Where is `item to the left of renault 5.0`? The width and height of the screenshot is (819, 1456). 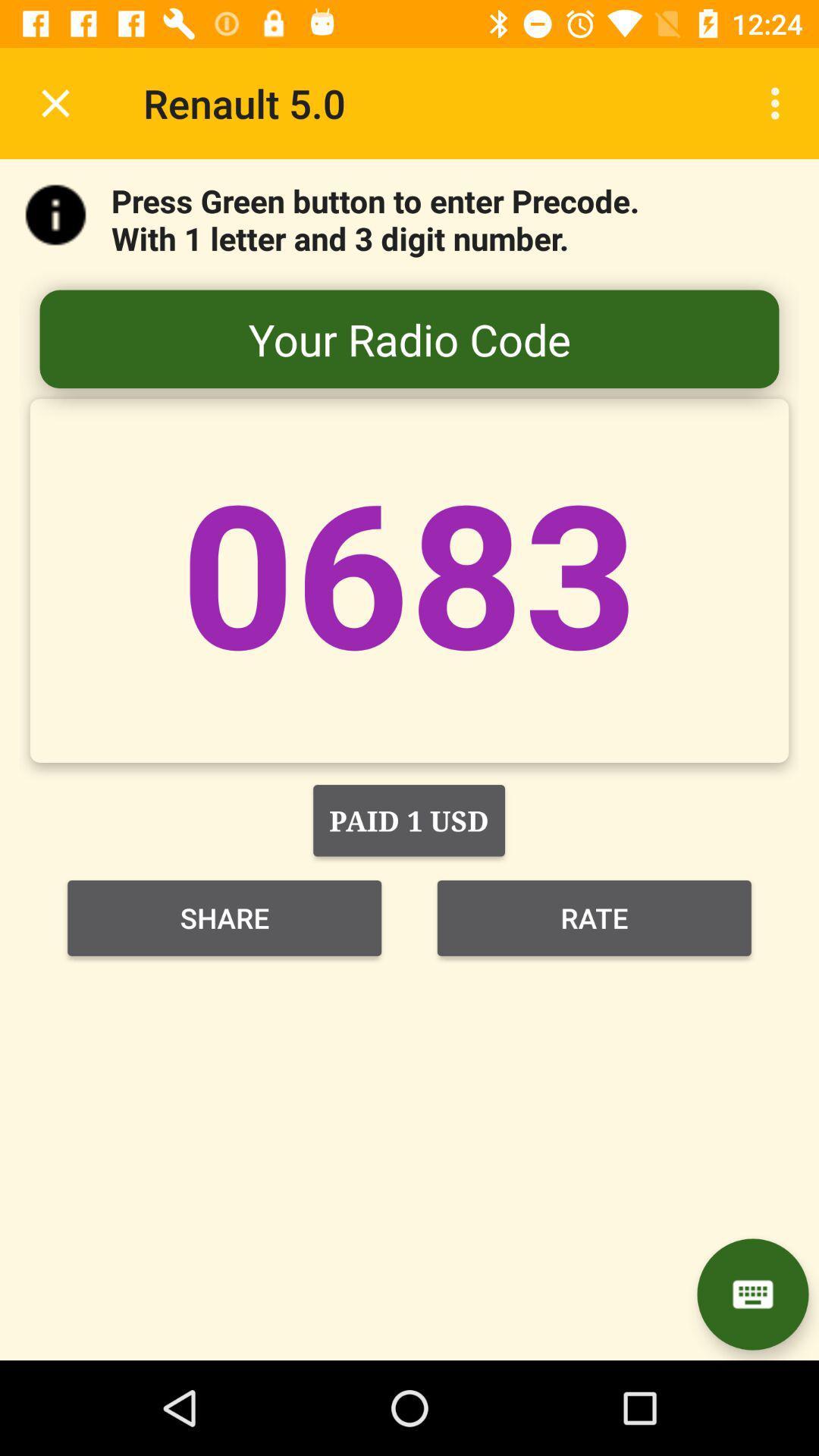 item to the left of renault 5.0 is located at coordinates (55, 102).